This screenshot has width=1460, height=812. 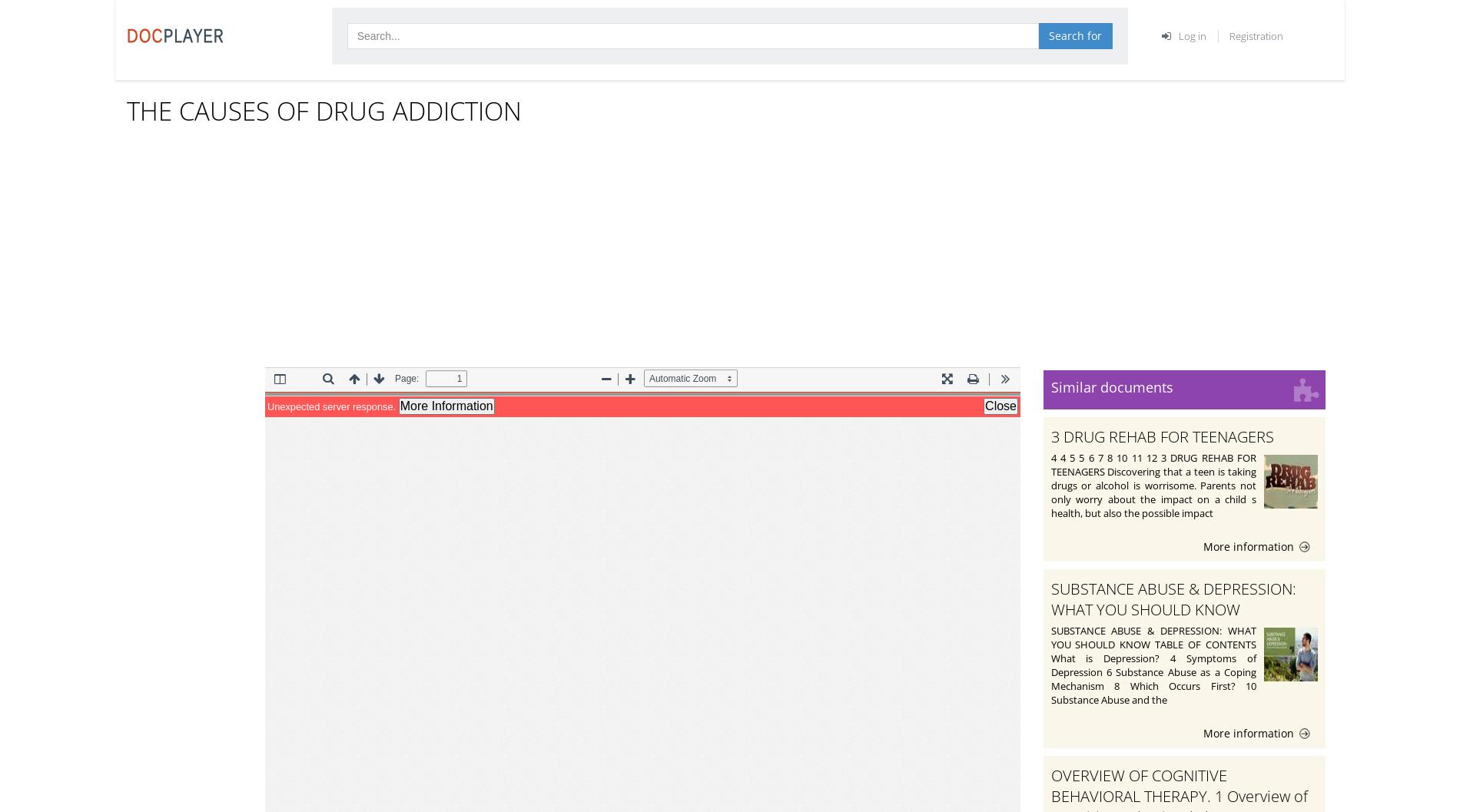 I want to click on '3 DRUG REHAB FOR TEENAGERS', so click(x=1050, y=435).